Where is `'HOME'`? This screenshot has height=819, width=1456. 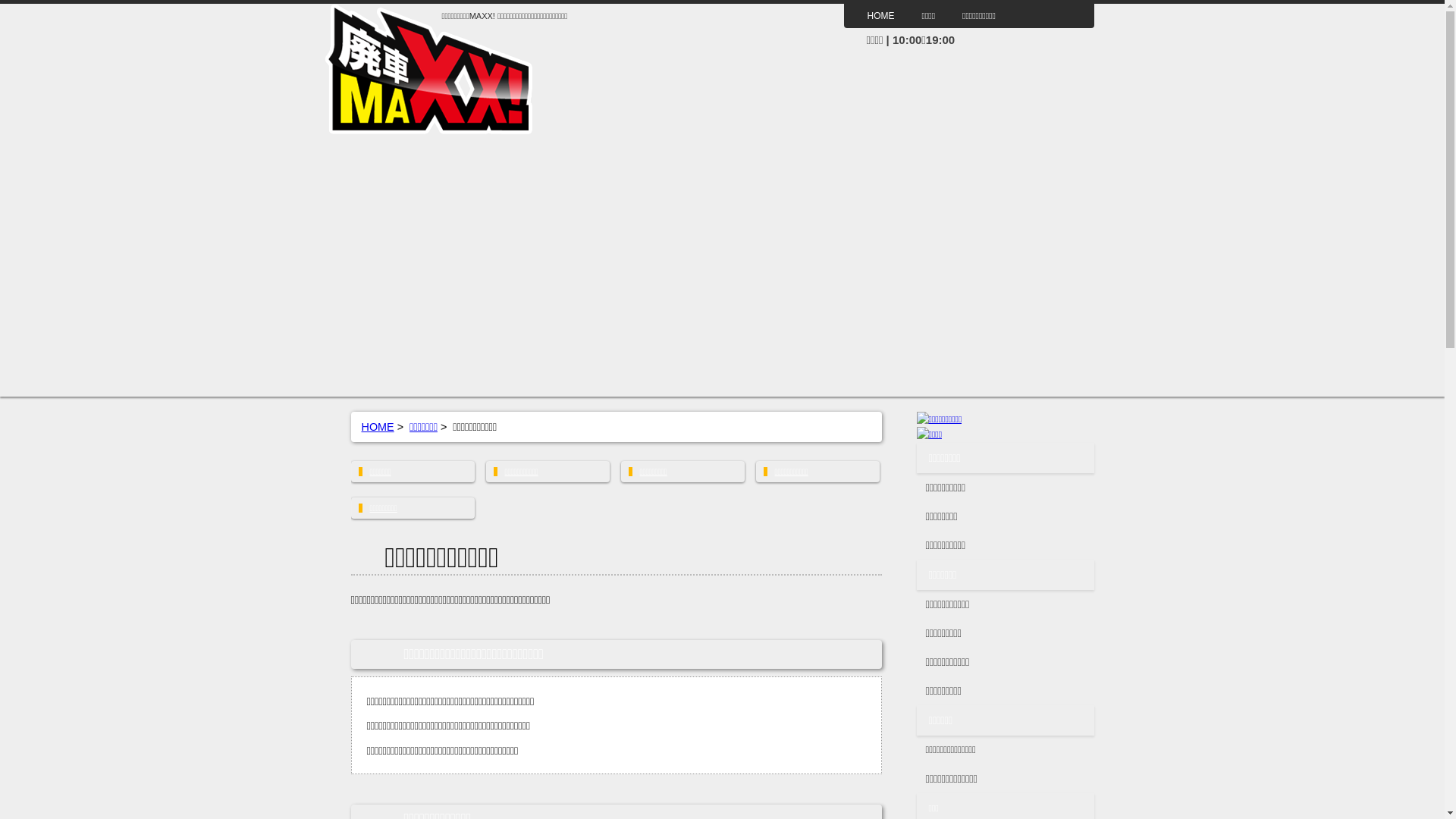
'HOME' is located at coordinates (359, 427).